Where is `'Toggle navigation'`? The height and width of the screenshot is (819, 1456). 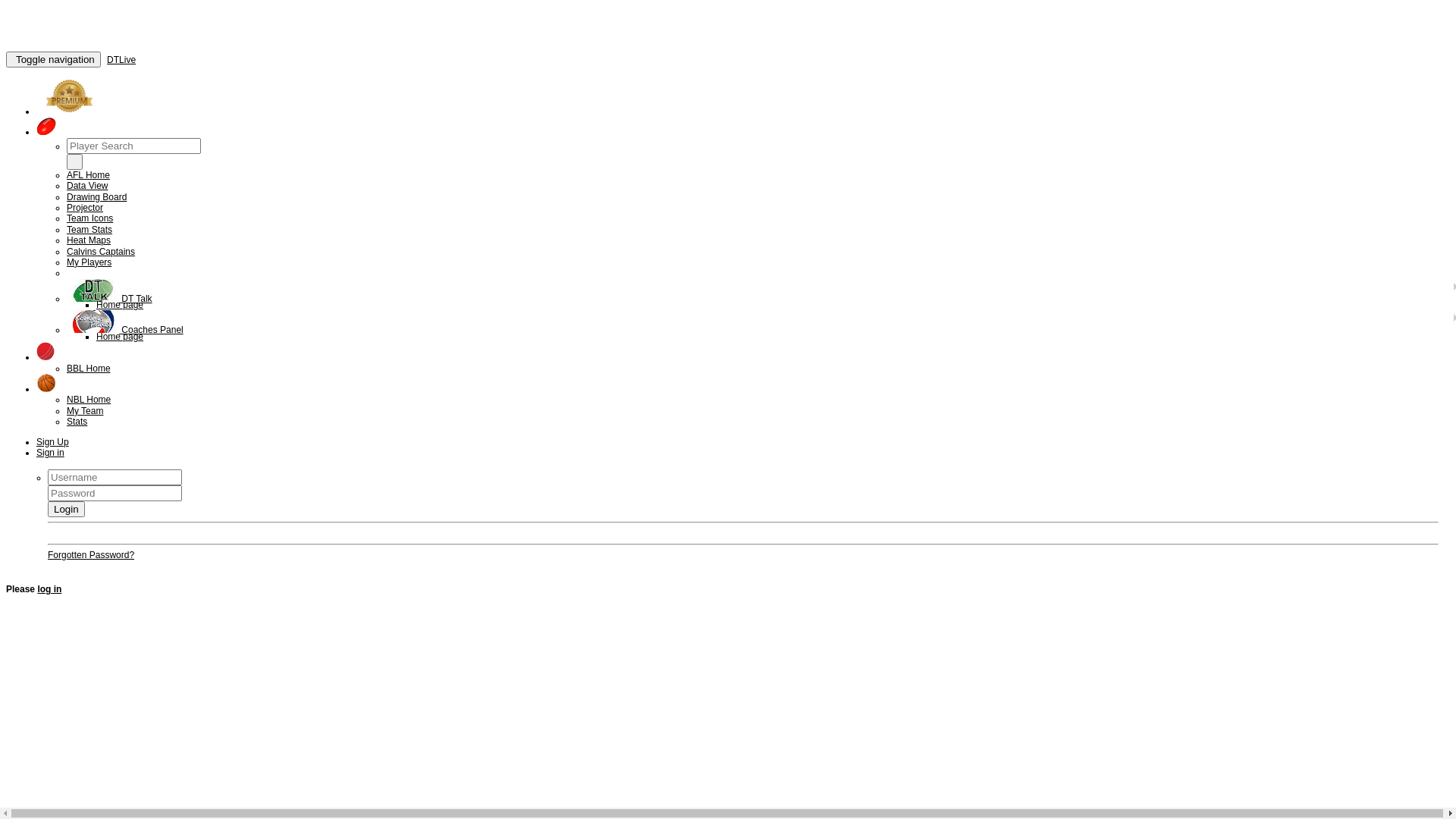 'Toggle navigation' is located at coordinates (53, 58).